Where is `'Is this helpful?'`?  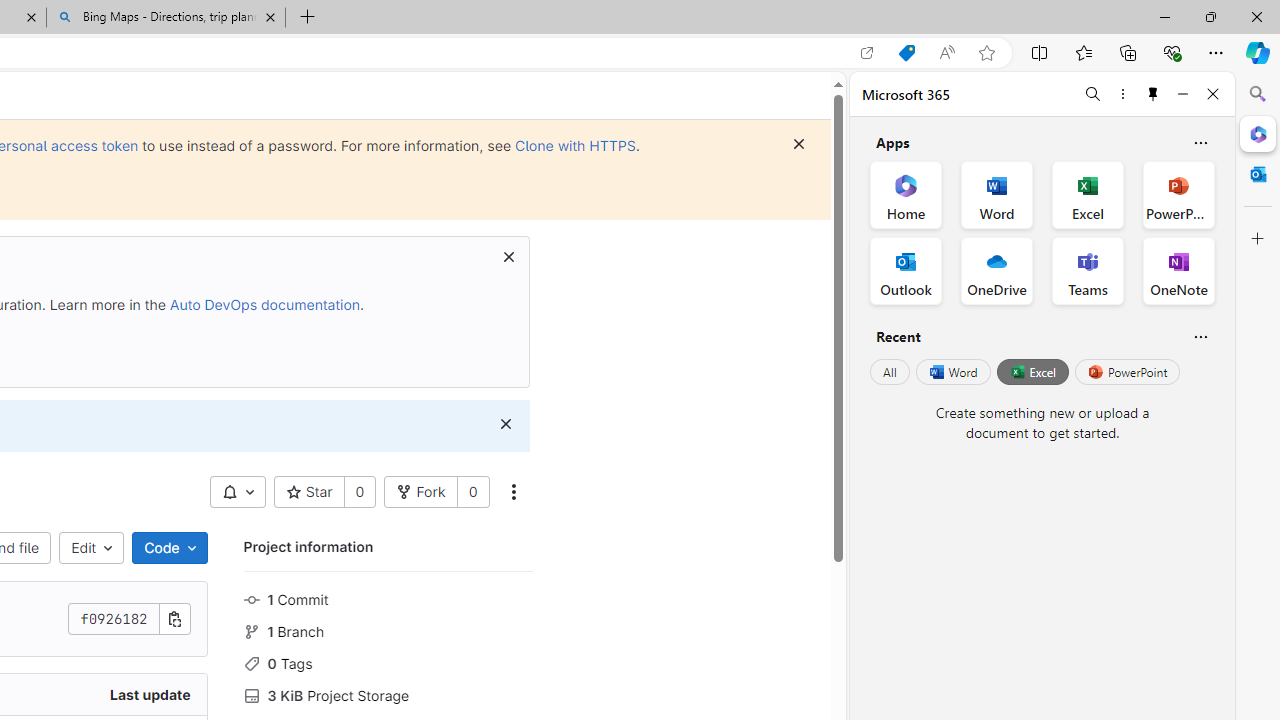
'Is this helpful?' is located at coordinates (1200, 335).